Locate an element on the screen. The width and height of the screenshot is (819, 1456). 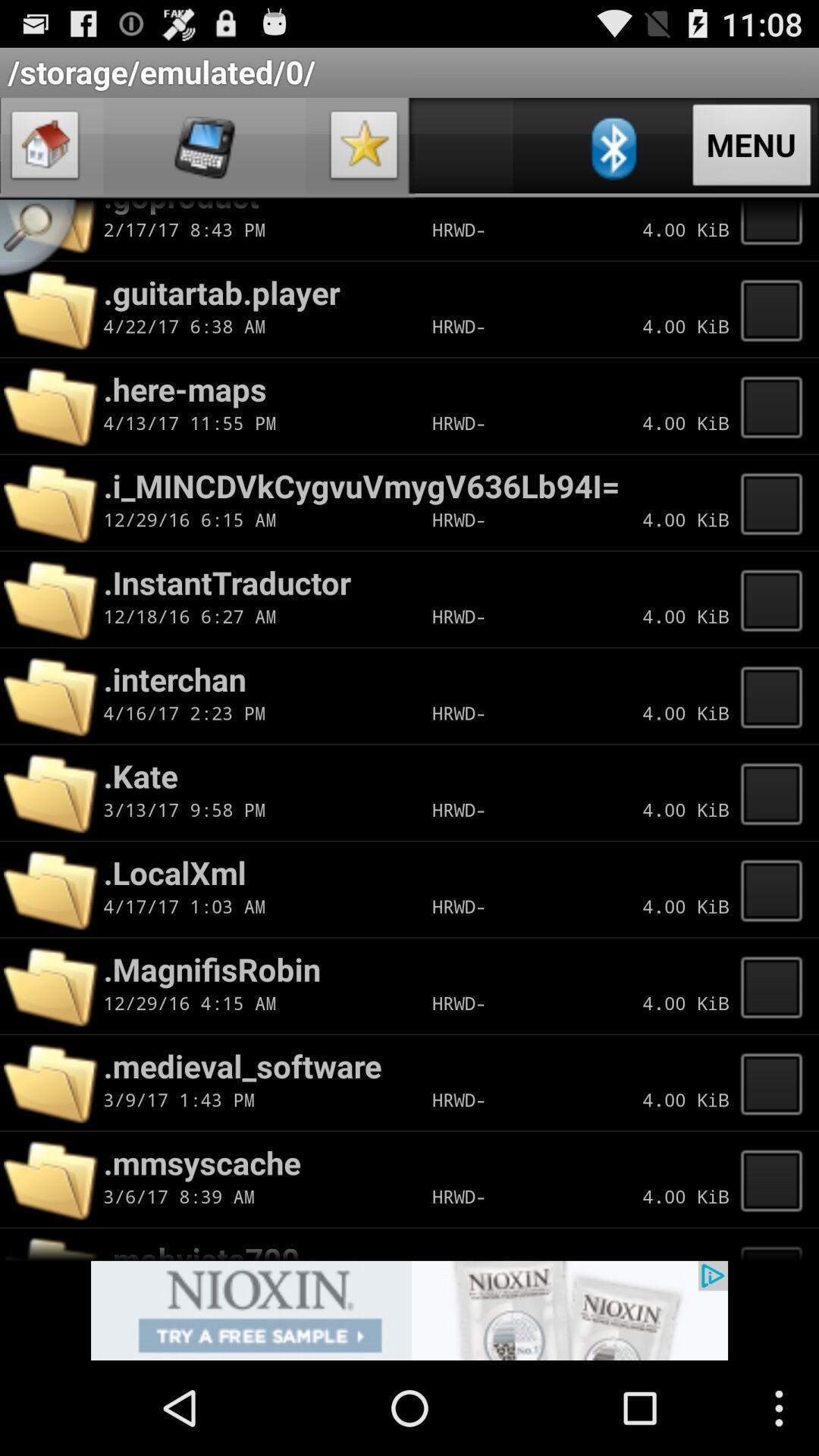
empty box option is located at coordinates (776, 406).